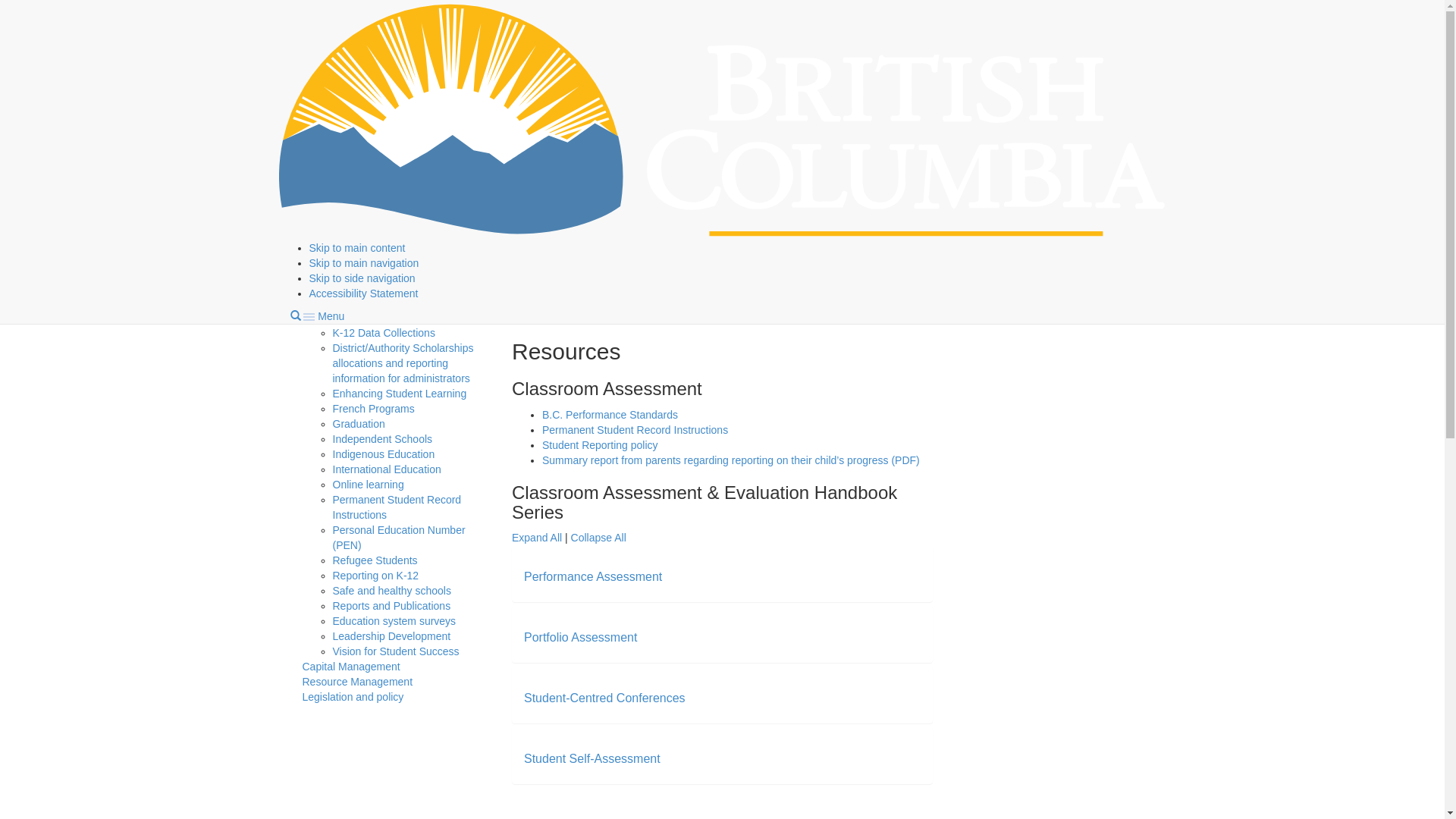 The width and height of the screenshot is (1456, 819). What do you see at coordinates (386, 468) in the screenshot?
I see `'International Education'` at bounding box center [386, 468].